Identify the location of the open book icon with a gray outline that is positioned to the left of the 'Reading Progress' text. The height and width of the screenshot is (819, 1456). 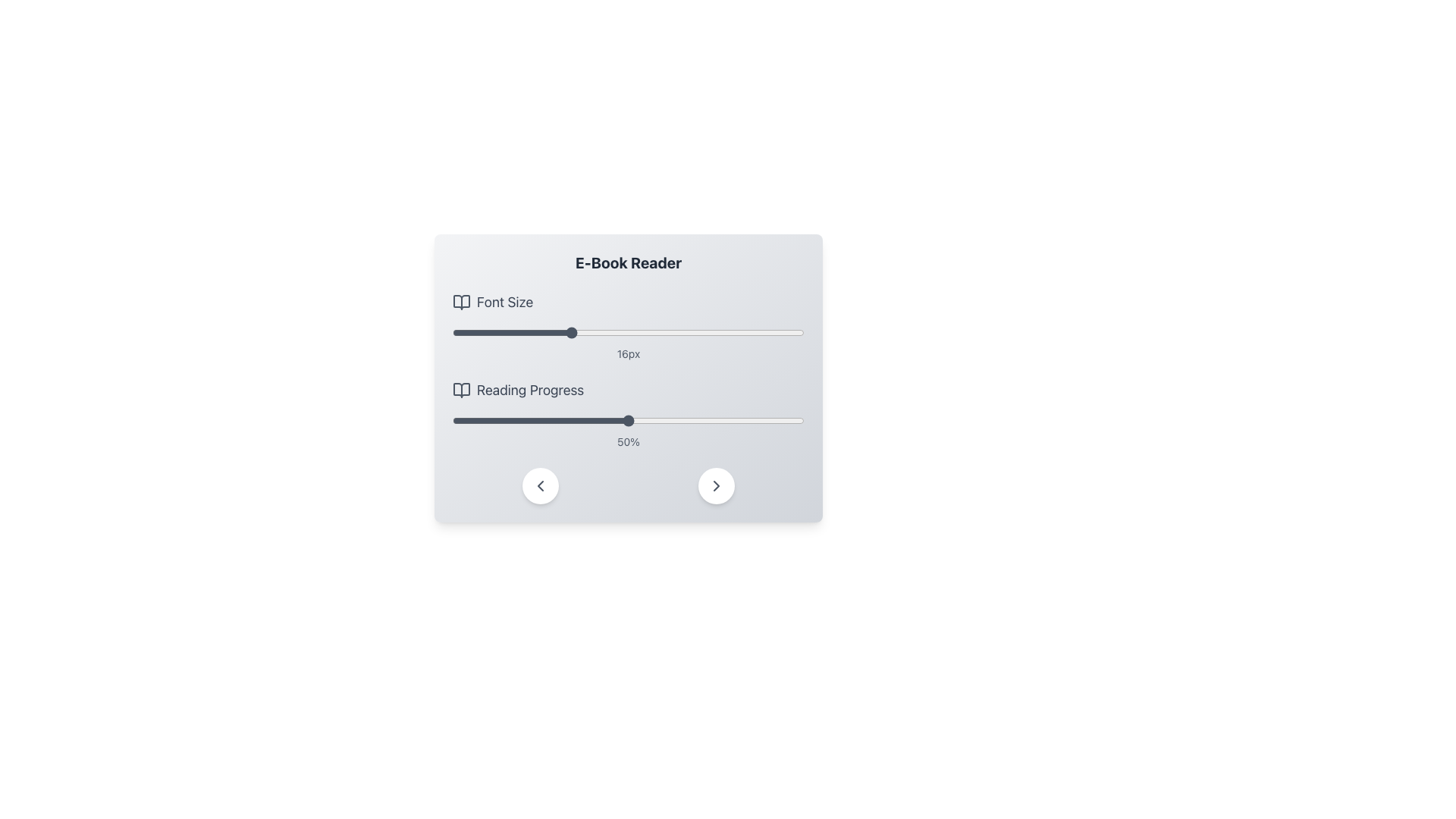
(461, 390).